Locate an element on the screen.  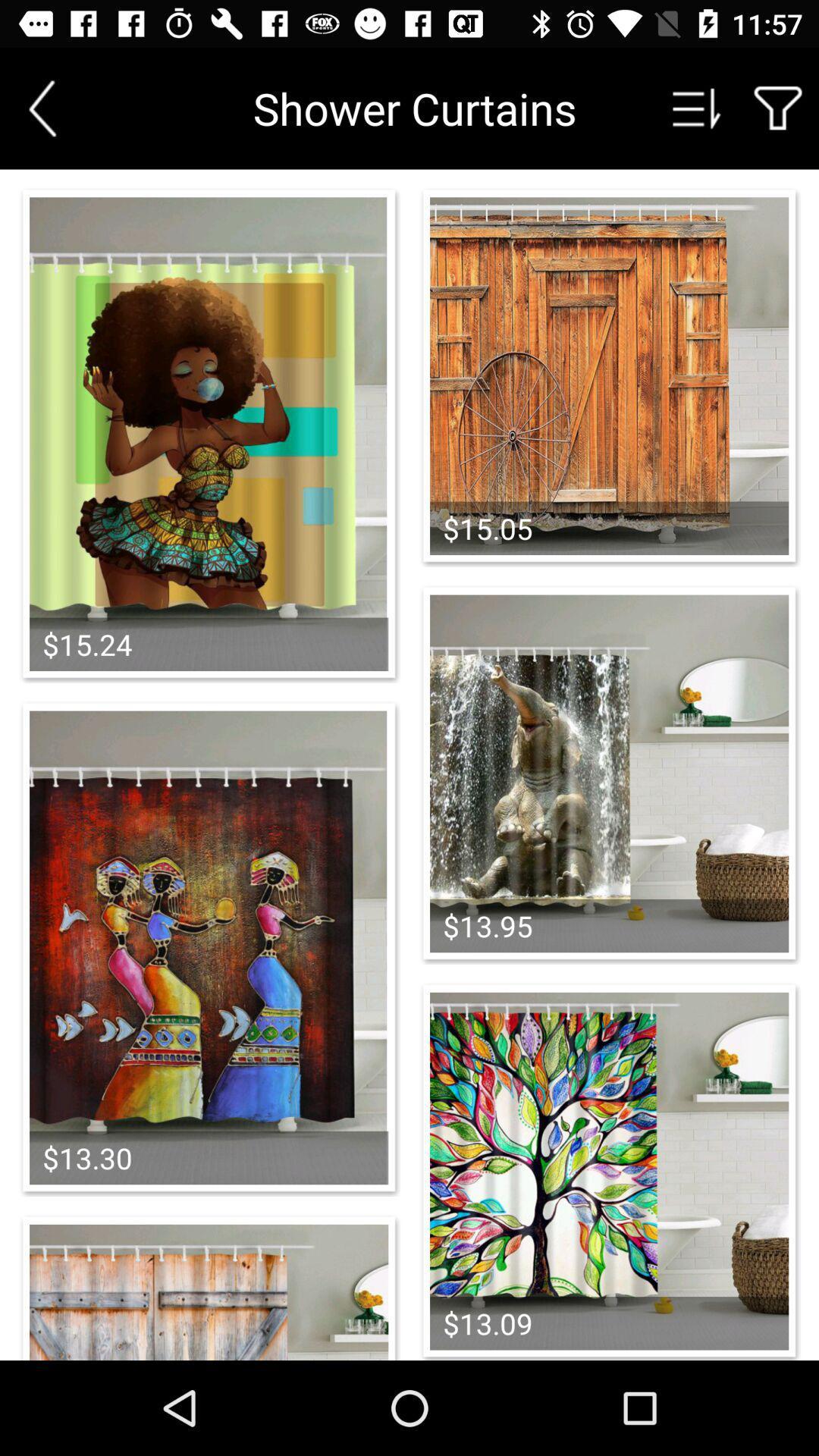
back button is located at coordinates (42, 108).